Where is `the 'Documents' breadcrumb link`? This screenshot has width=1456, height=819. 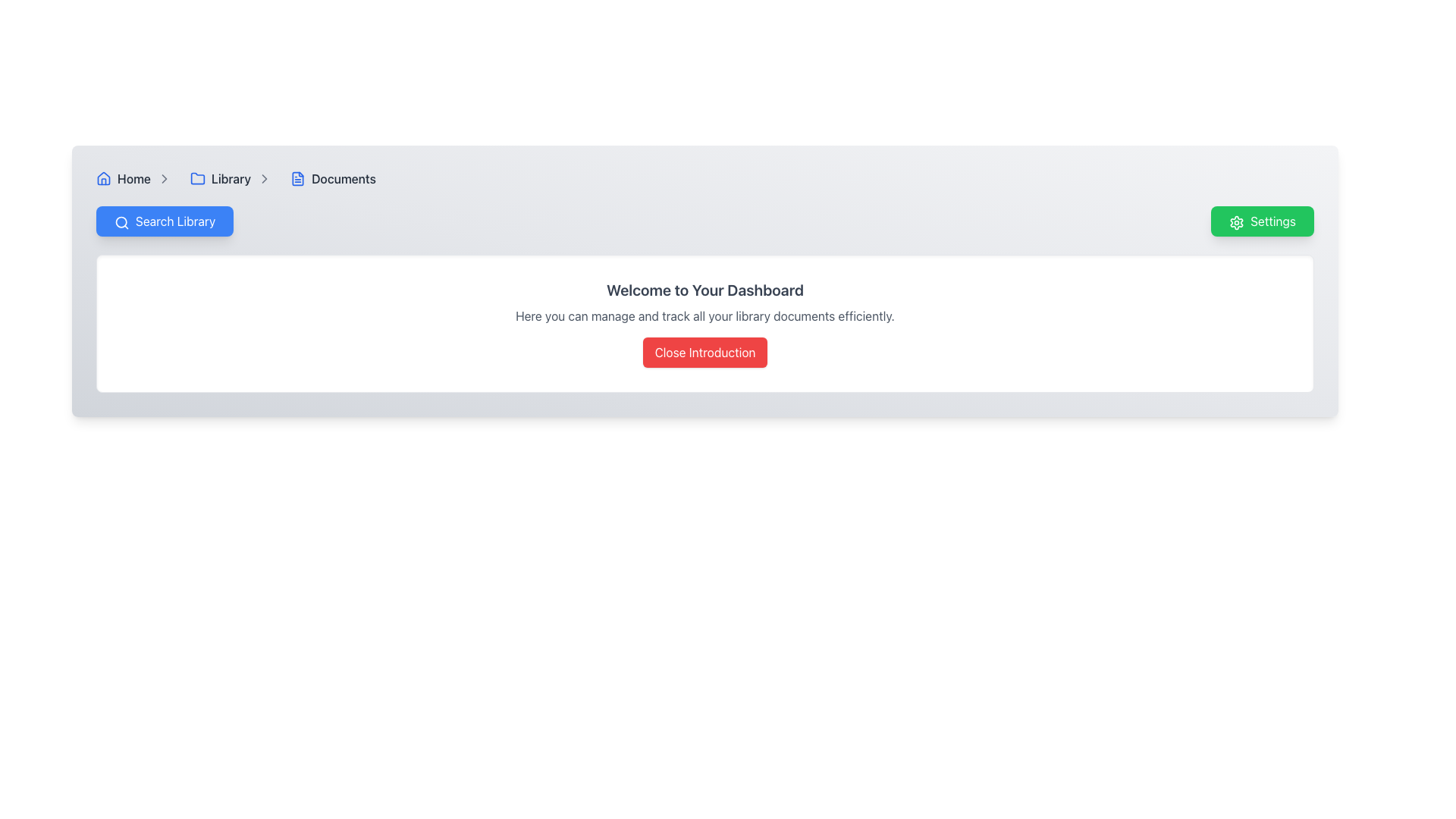
the 'Documents' breadcrumb link is located at coordinates (343, 177).